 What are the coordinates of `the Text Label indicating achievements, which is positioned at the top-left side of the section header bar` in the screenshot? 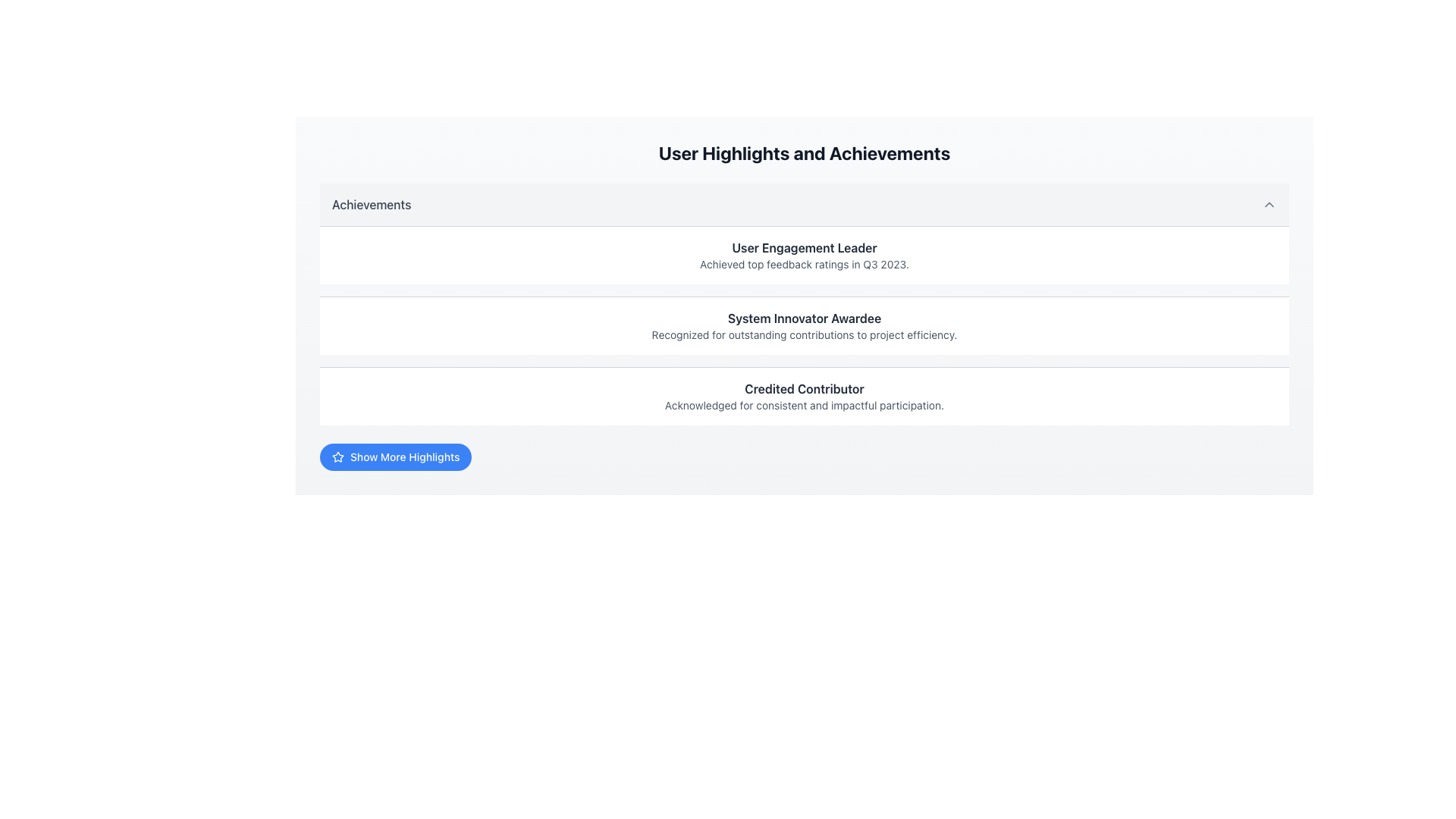 It's located at (372, 205).